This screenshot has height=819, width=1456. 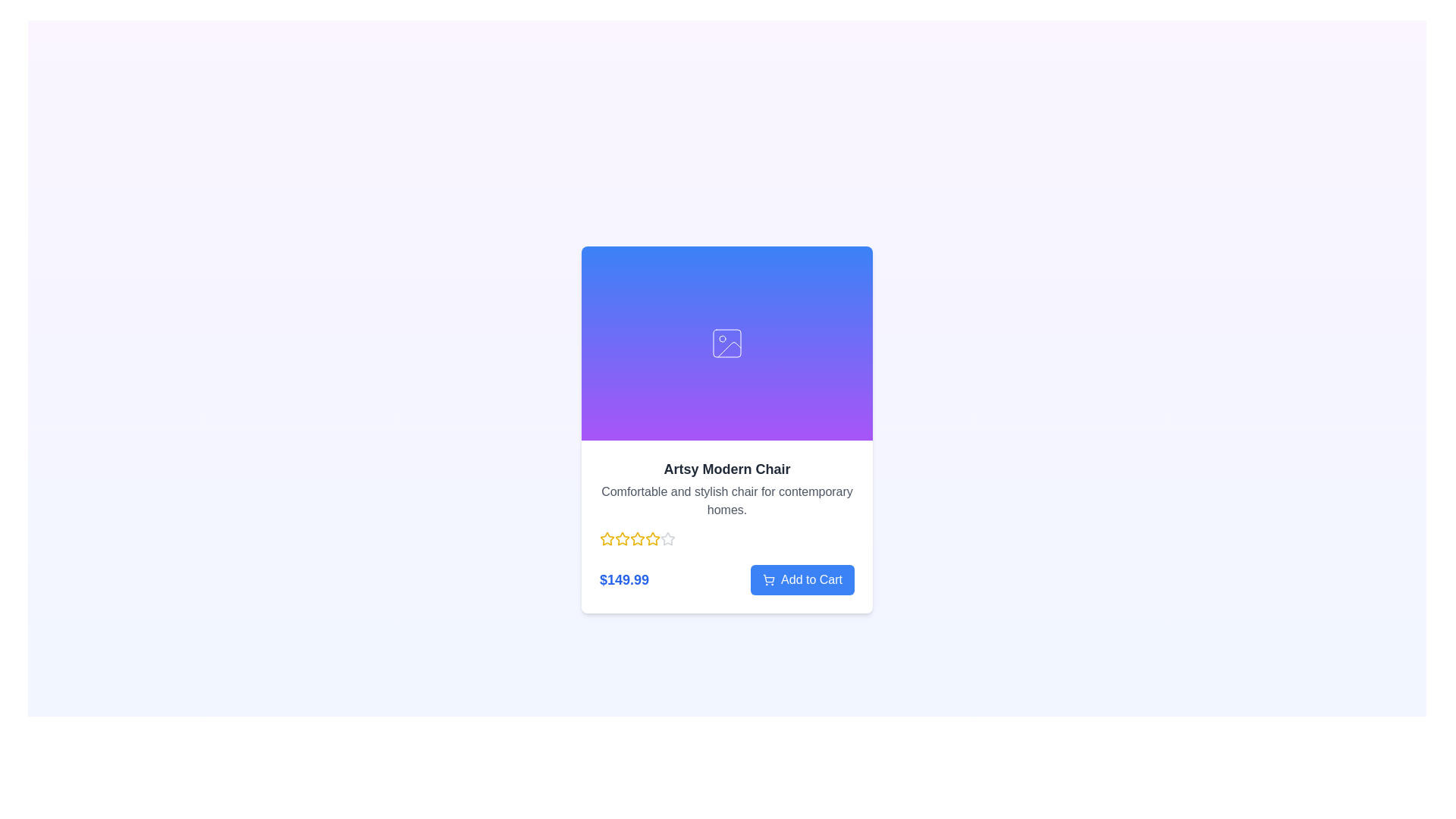 What do you see at coordinates (769, 579) in the screenshot?
I see `the shopping cart icon within the 'Add to Cart' button located at the bottom-right portion of the product card` at bounding box center [769, 579].